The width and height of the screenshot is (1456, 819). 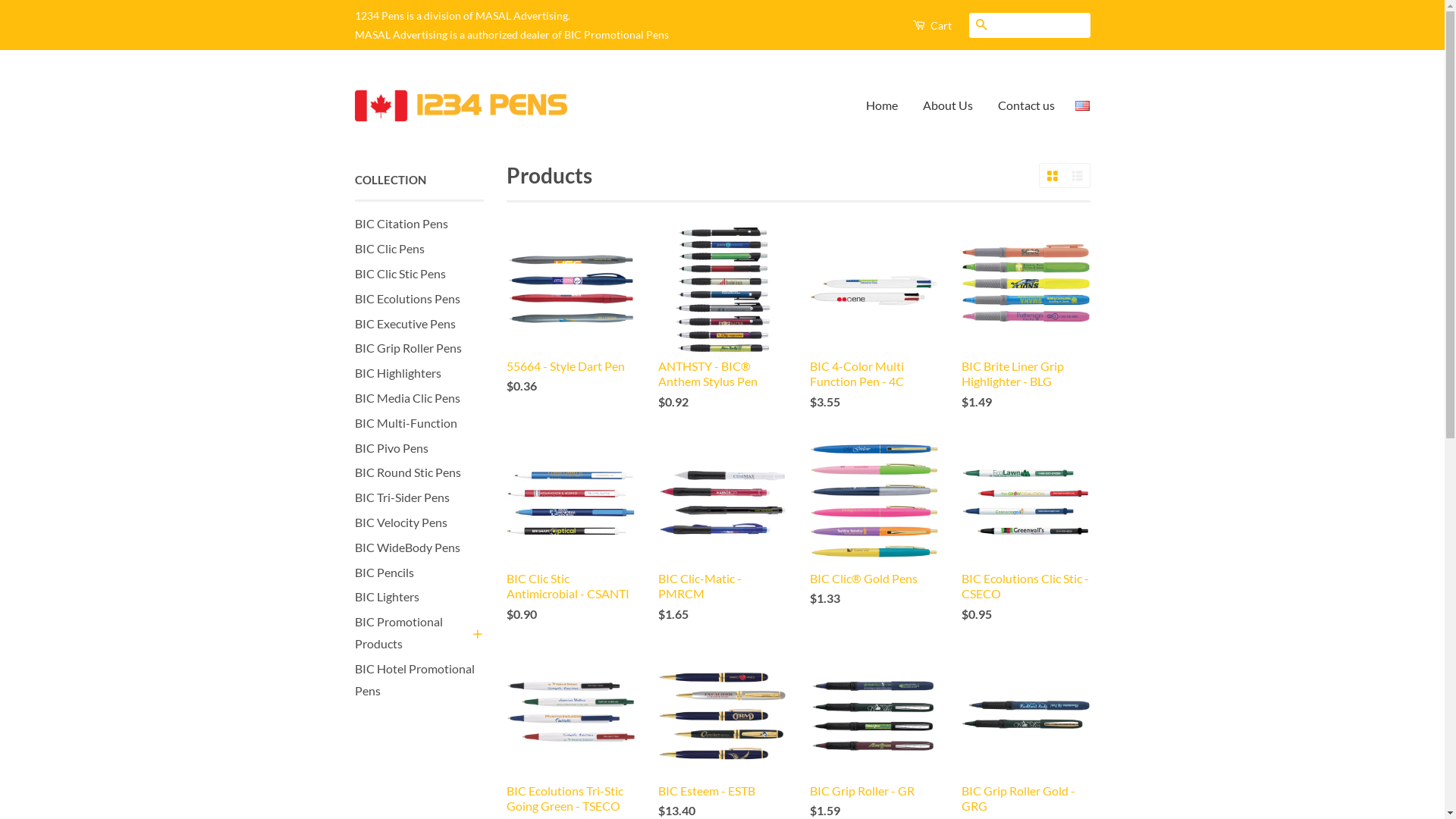 What do you see at coordinates (570, 322) in the screenshot?
I see `'55664 - Style Dart Pen` at bounding box center [570, 322].